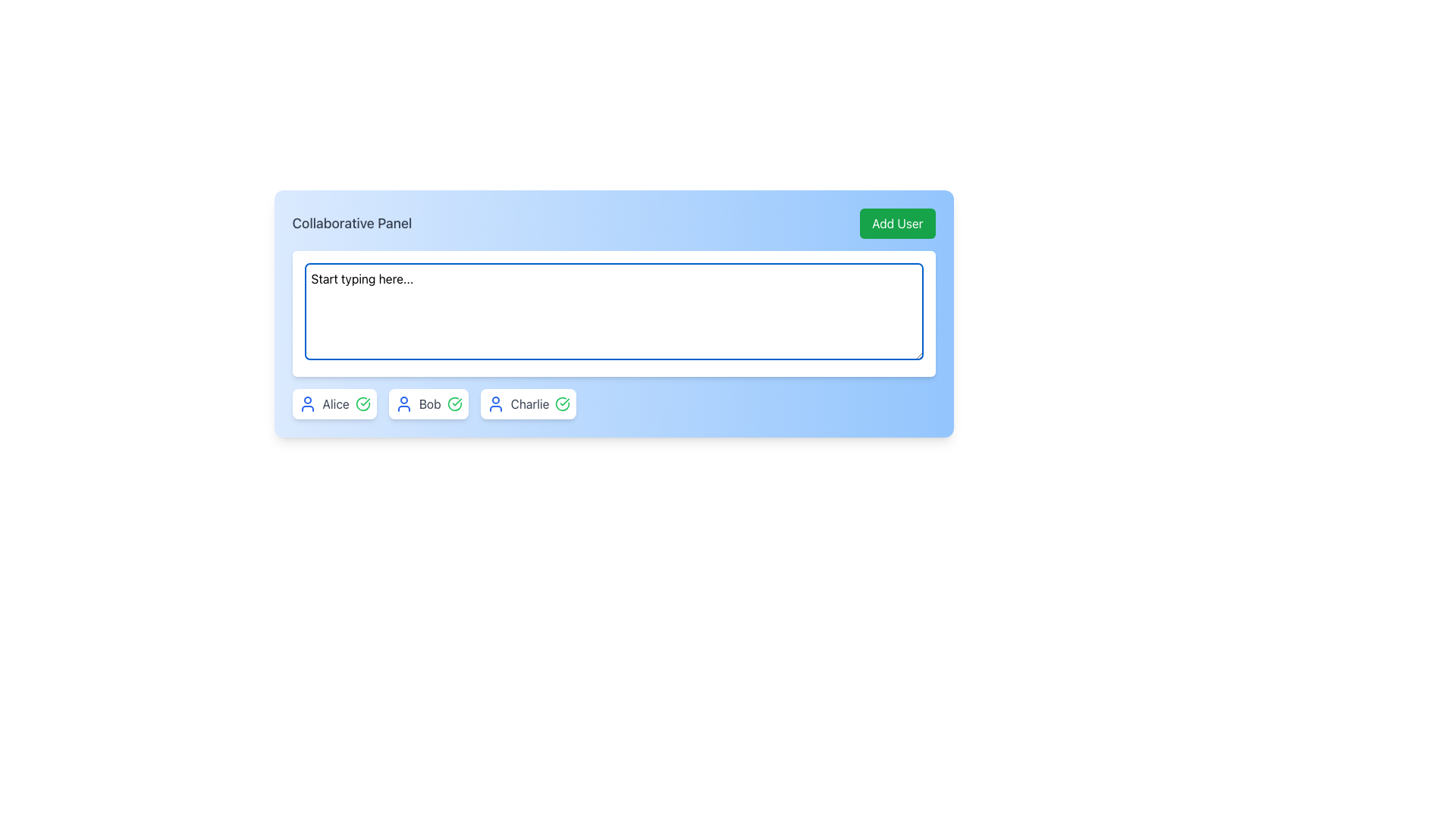  I want to click on the circular check mark icon with a green stroke located at the far right of Charlie's user badge, so click(562, 403).